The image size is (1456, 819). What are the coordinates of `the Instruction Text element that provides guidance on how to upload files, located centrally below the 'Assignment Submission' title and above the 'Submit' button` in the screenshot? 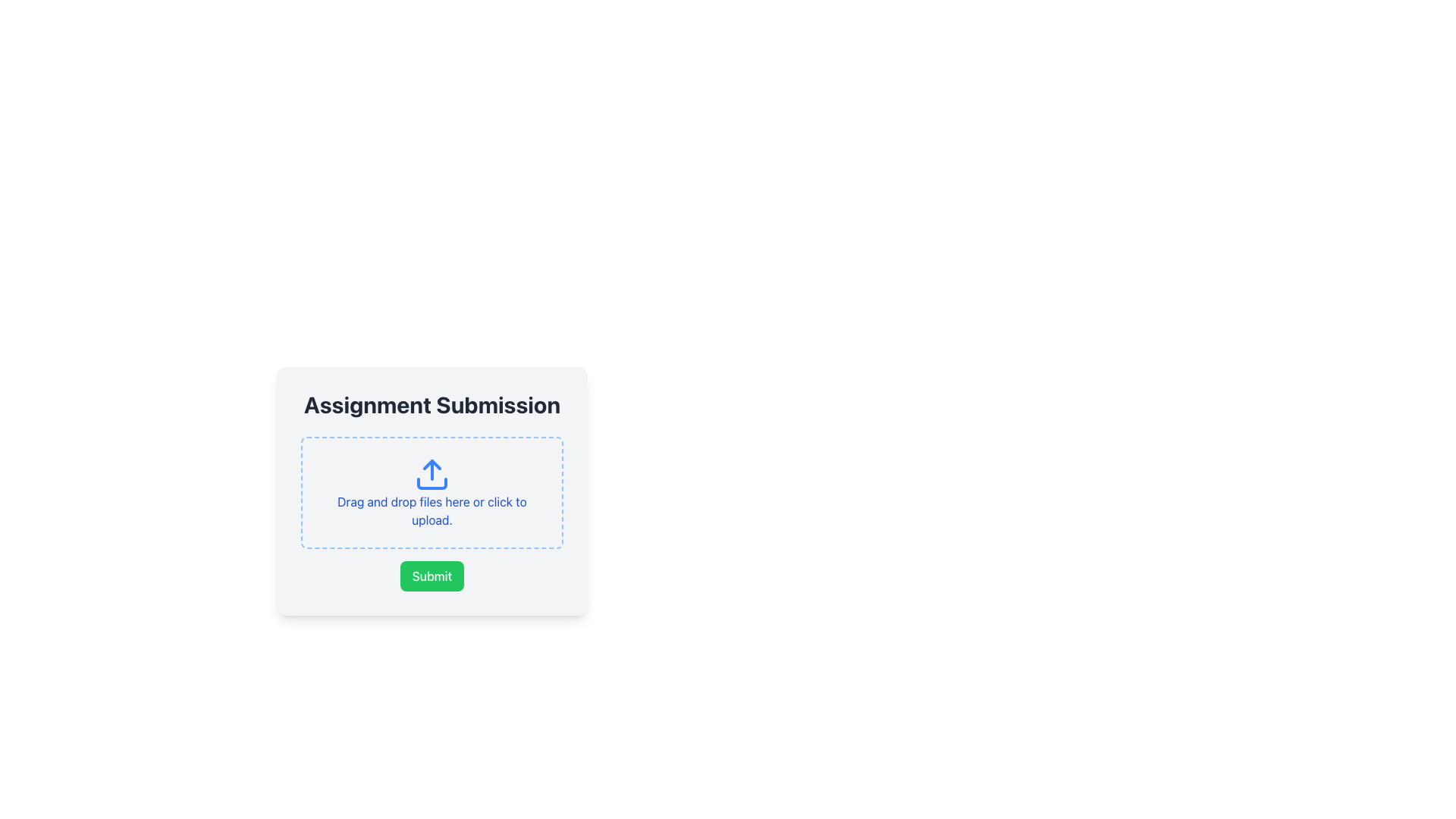 It's located at (431, 511).